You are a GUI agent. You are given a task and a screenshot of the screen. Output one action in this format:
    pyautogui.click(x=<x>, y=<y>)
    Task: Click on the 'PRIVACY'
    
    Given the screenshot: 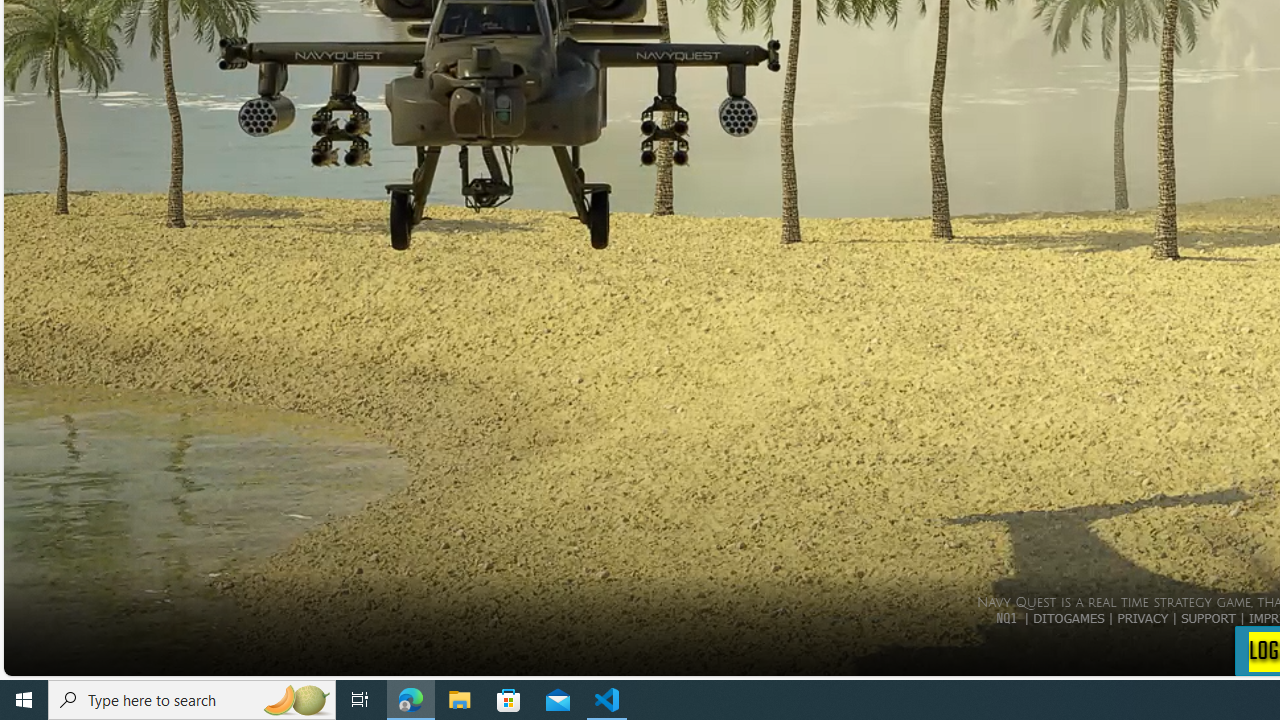 What is the action you would take?
    pyautogui.click(x=1143, y=616)
    